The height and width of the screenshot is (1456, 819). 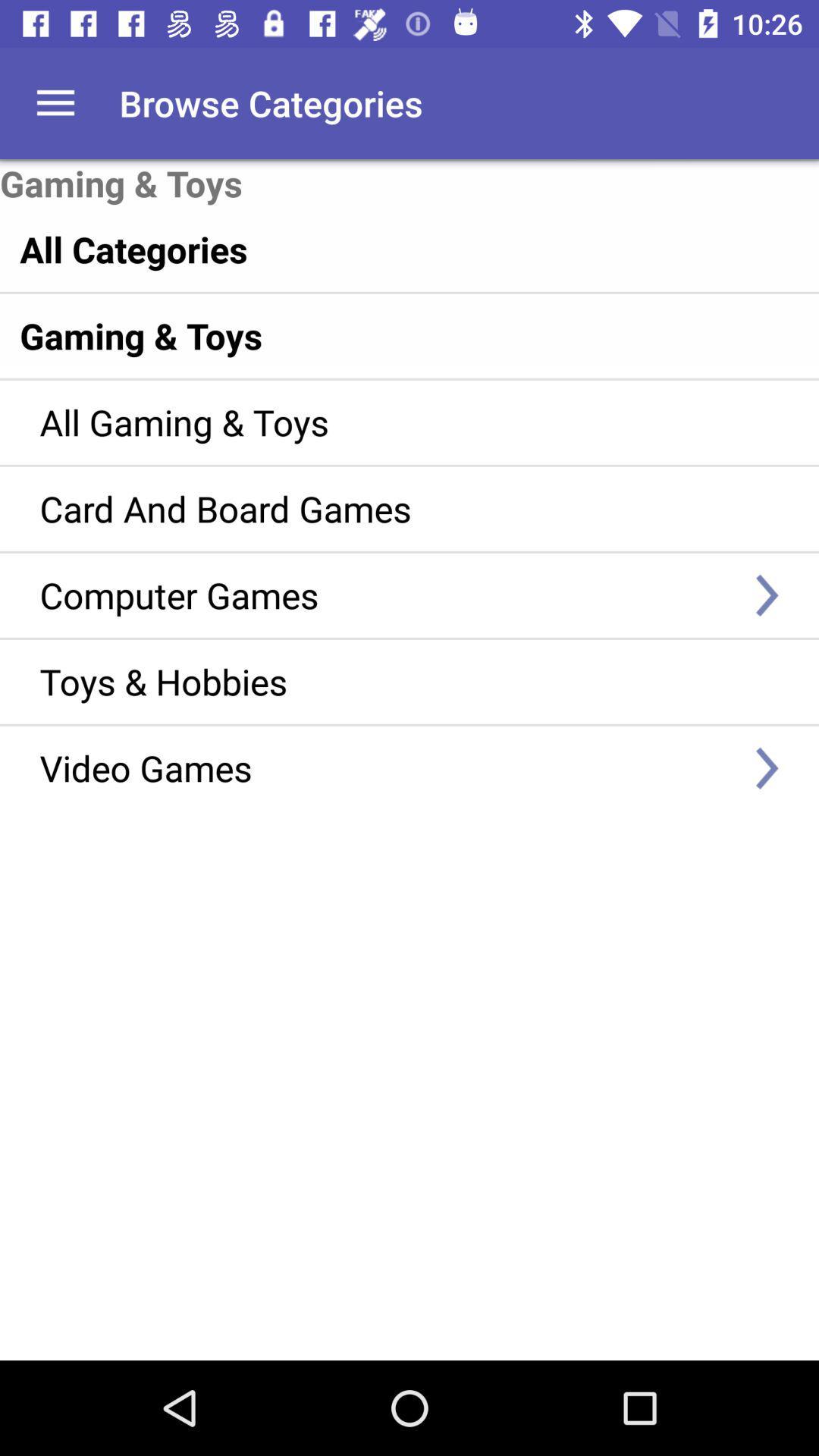 What do you see at coordinates (387, 767) in the screenshot?
I see `the video games` at bounding box center [387, 767].